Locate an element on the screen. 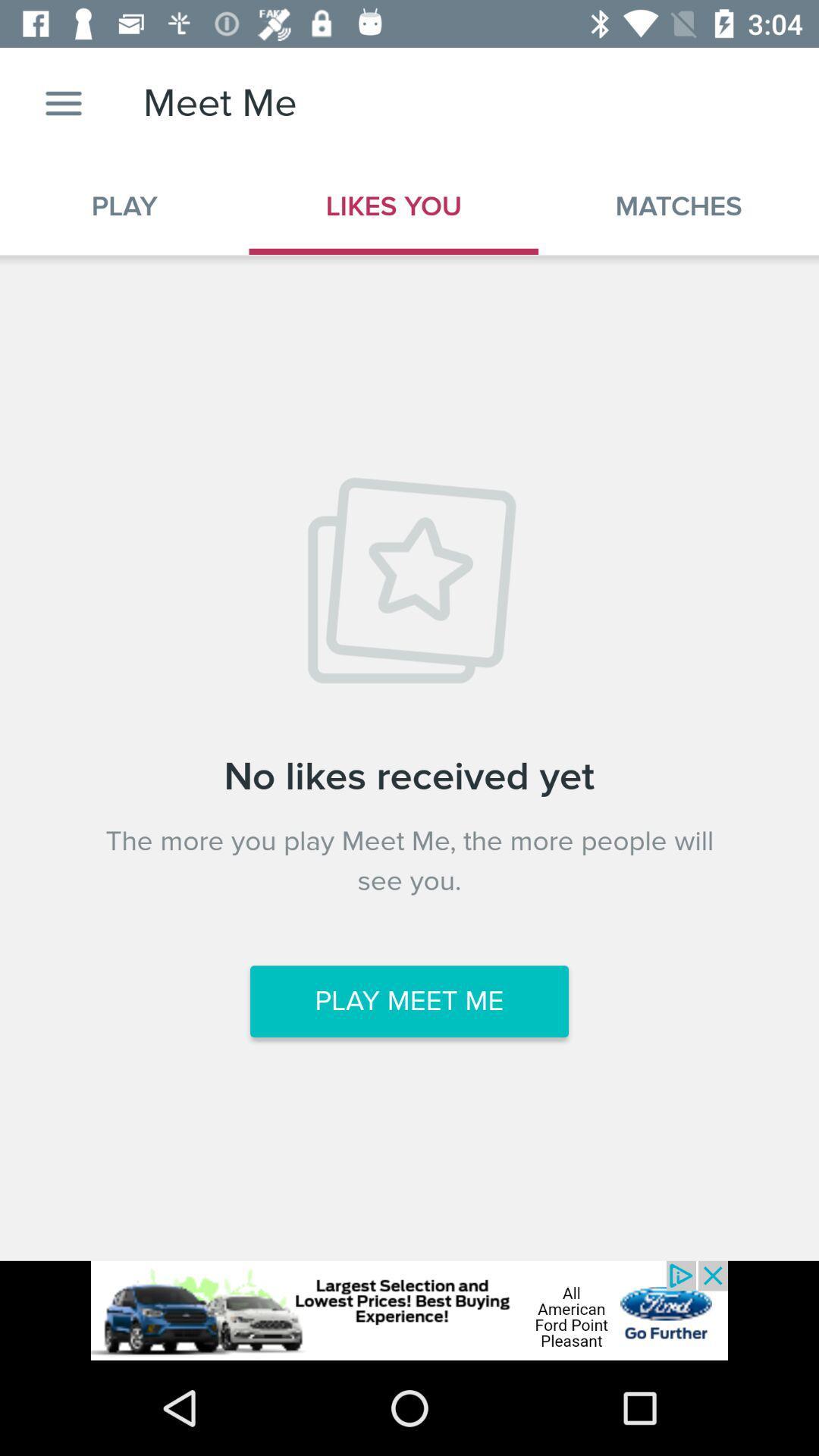 Image resolution: width=819 pixels, height=1456 pixels. open menu is located at coordinates (63, 102).